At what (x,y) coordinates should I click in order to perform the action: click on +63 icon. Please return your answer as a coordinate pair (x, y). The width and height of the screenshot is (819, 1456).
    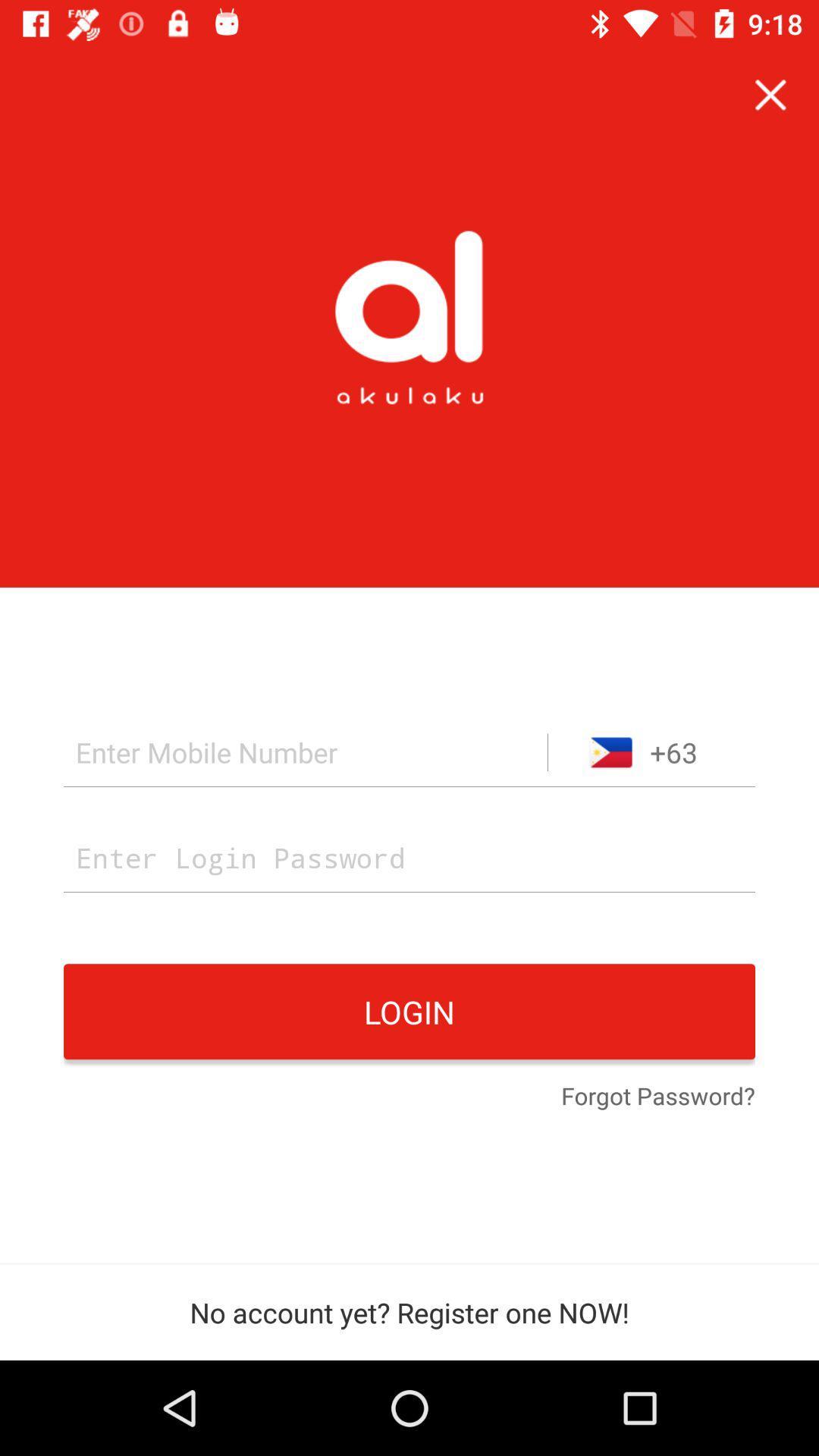
    Looking at the image, I should click on (651, 752).